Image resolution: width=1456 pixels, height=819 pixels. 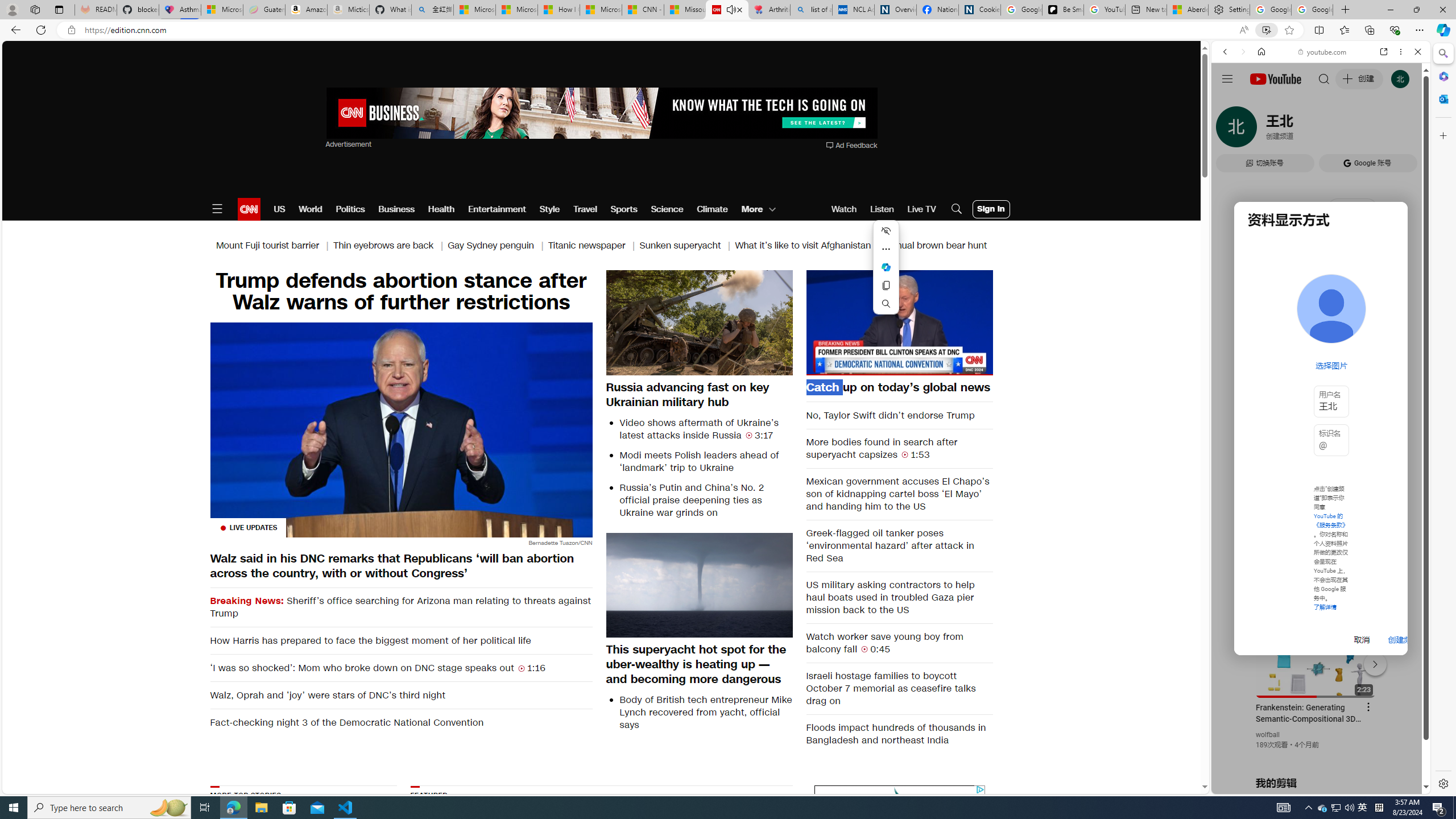 What do you see at coordinates (976, 366) in the screenshot?
I see `'Fullscreen'` at bounding box center [976, 366].